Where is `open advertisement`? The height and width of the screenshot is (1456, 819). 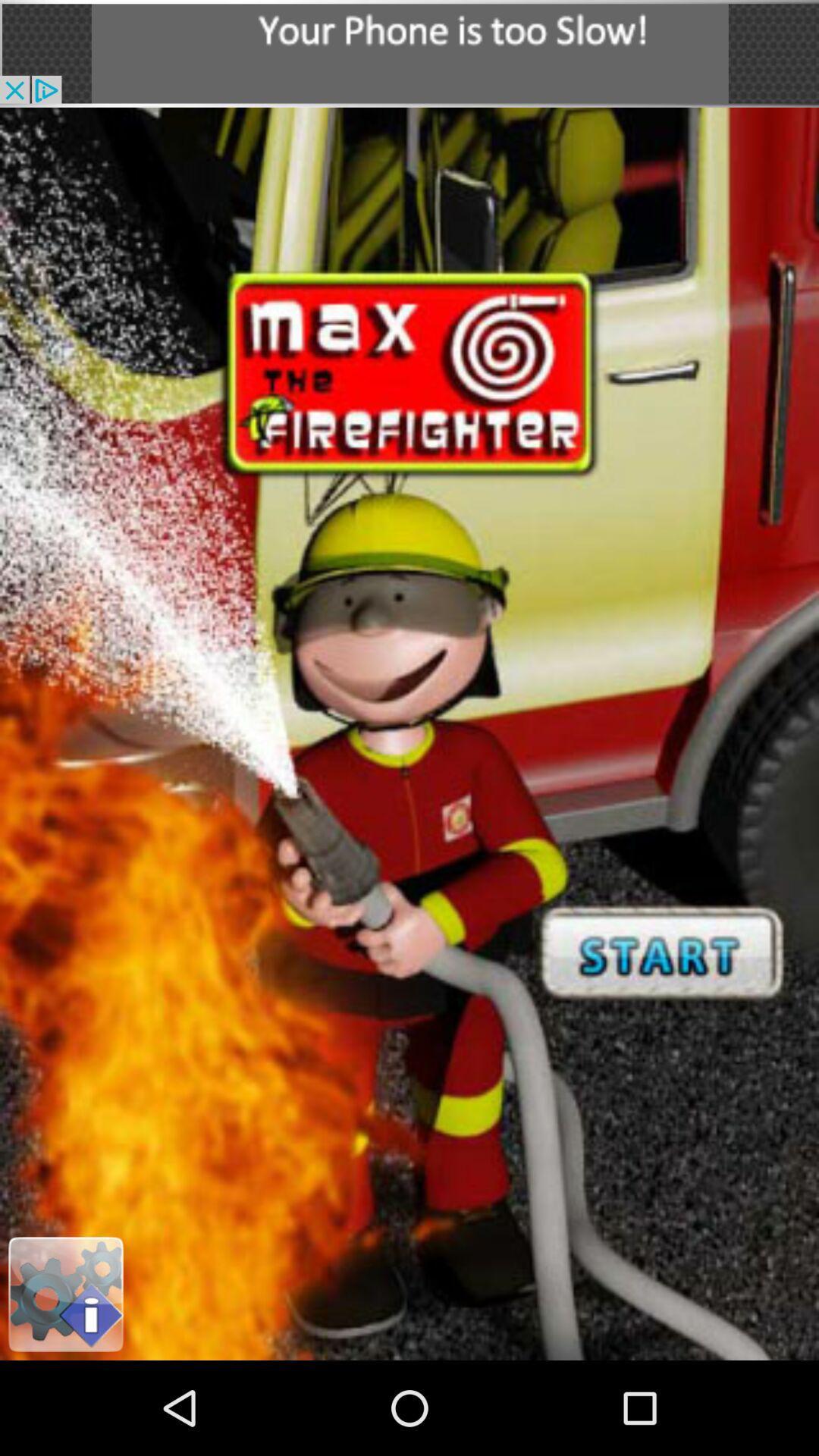
open advertisement is located at coordinates (409, 53).